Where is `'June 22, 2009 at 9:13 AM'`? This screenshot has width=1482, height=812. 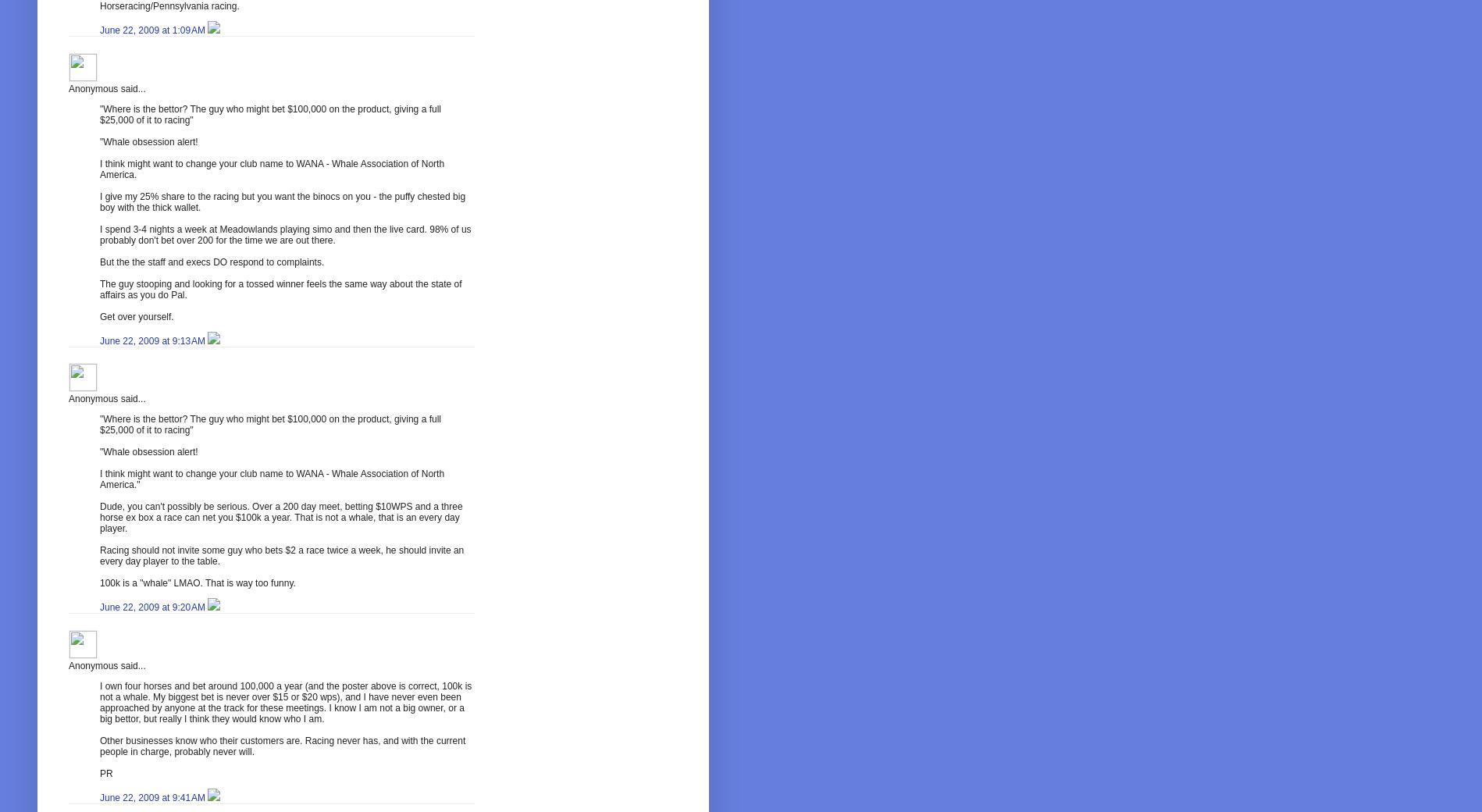 'June 22, 2009 at 9:13 AM' is located at coordinates (153, 340).